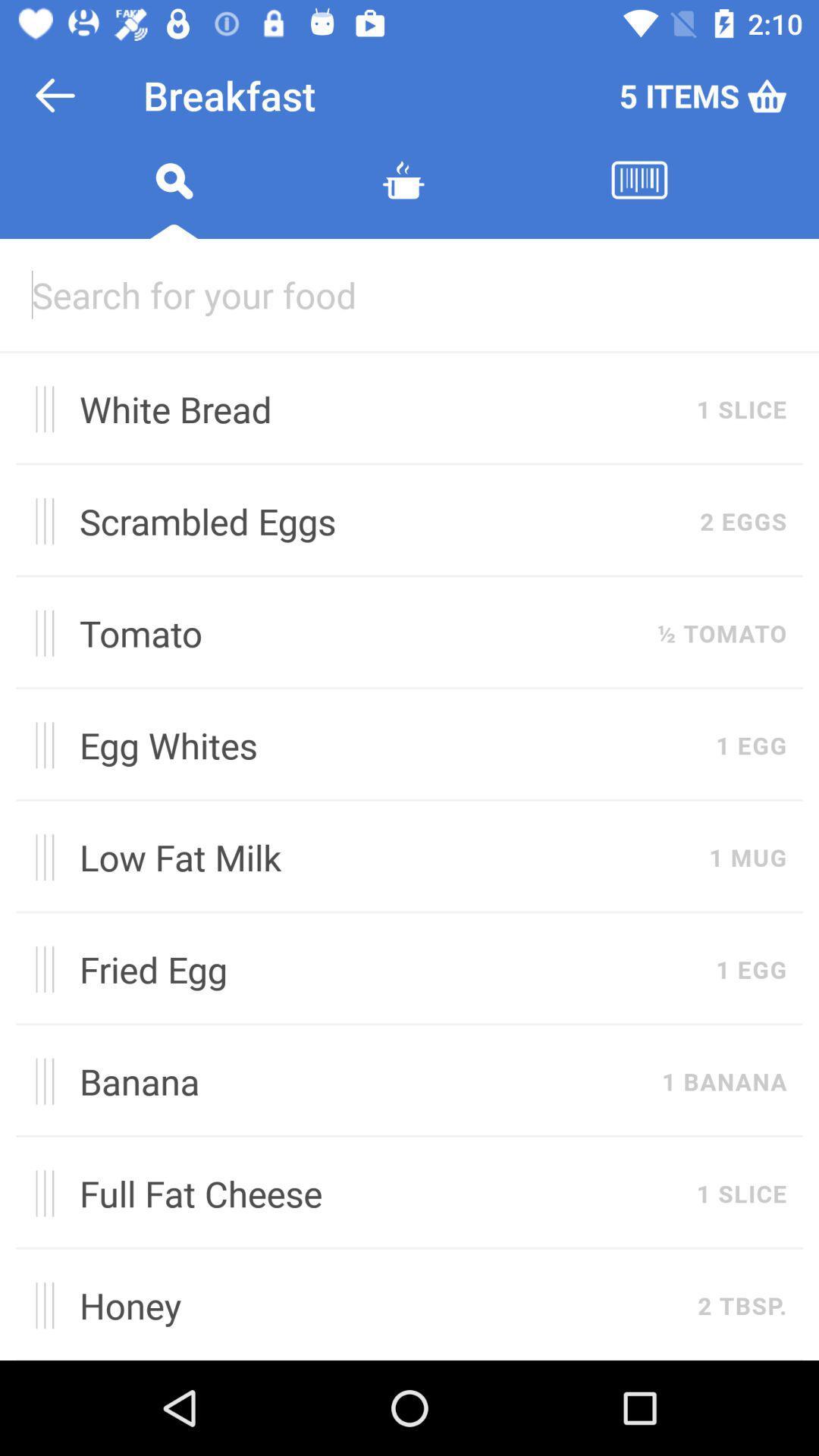 The height and width of the screenshot is (1456, 819). Describe the element at coordinates (742, 521) in the screenshot. I see `item next to scrambled eggs item` at that location.